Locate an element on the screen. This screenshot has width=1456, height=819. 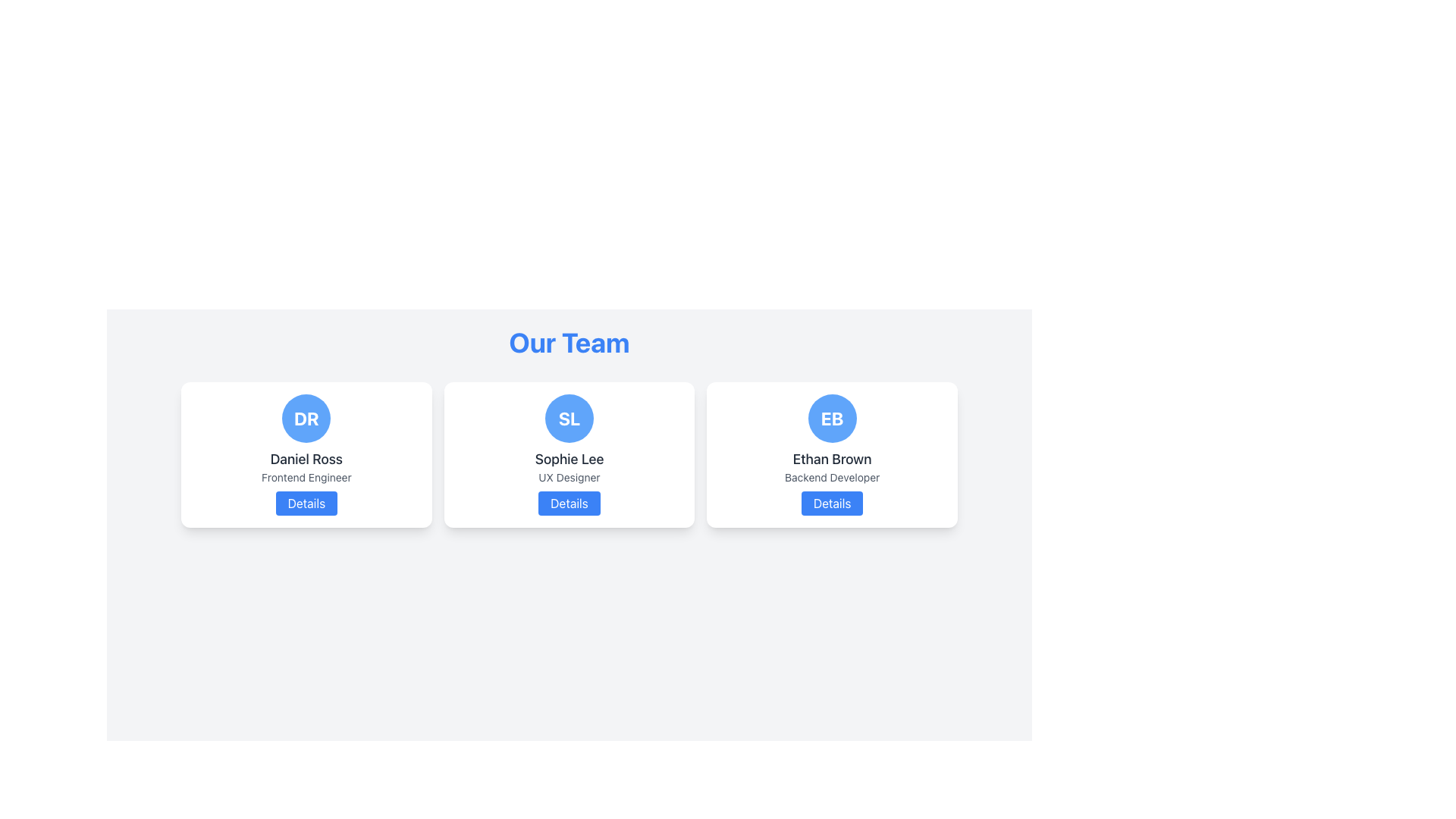
the text label displaying the name 'Sophie Lee' which is positioned below the avatar labeled 'SL' and above the 'Details' button in the 'Our Team' section is located at coordinates (568, 458).